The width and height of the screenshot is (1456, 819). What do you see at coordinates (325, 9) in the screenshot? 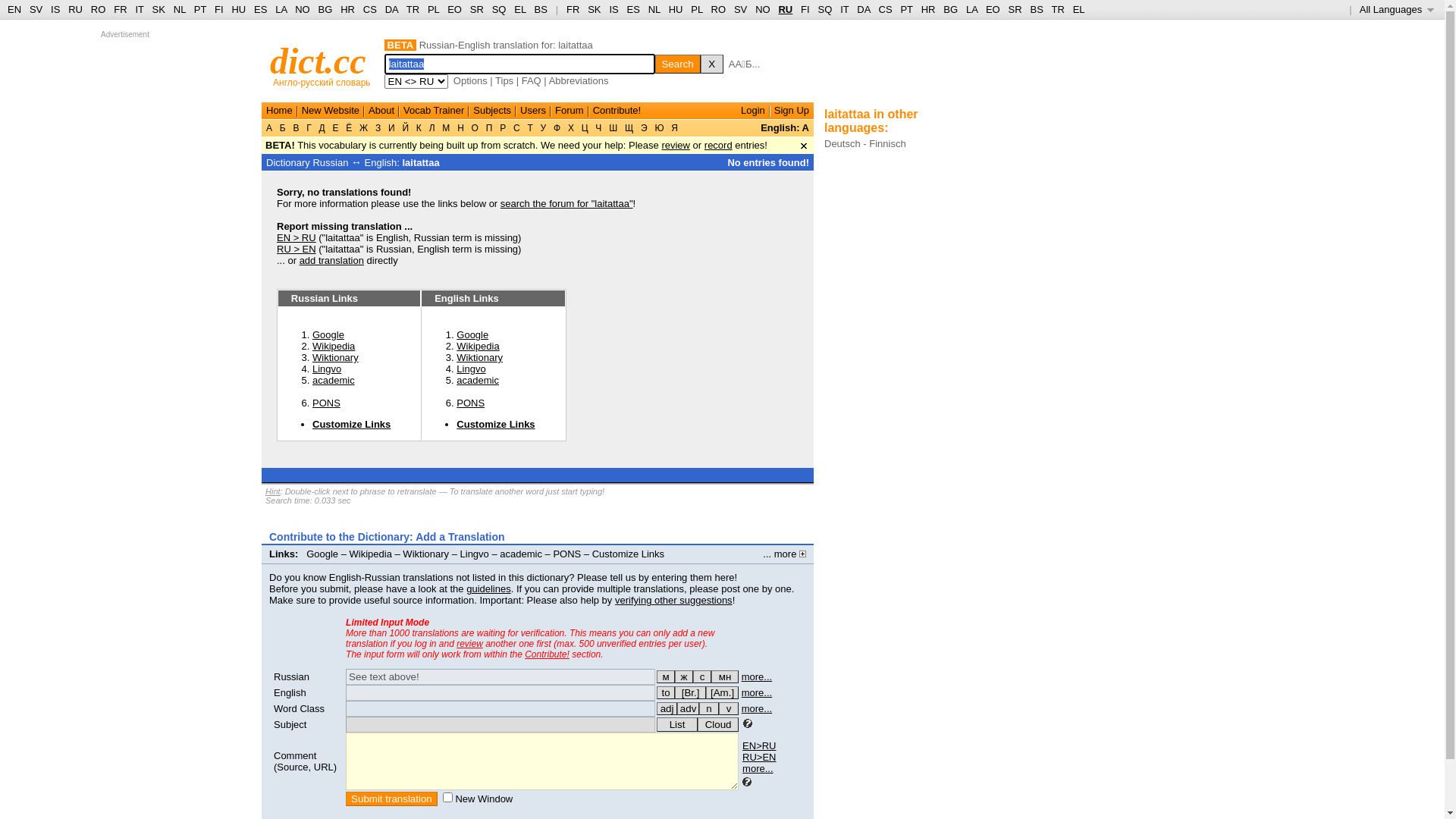
I see `'BG'` at bounding box center [325, 9].